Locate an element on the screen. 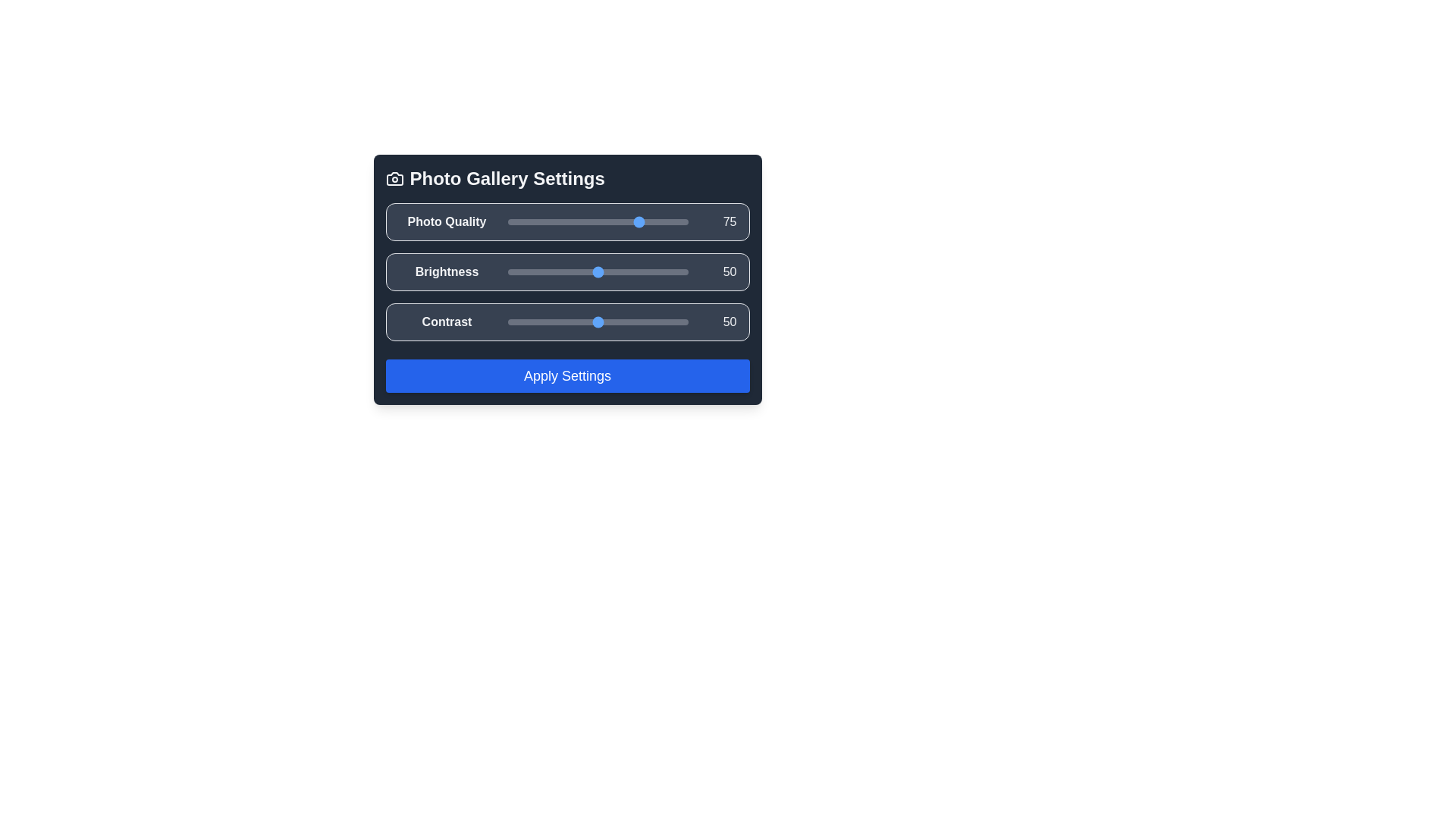  the brightness is located at coordinates (535, 271).